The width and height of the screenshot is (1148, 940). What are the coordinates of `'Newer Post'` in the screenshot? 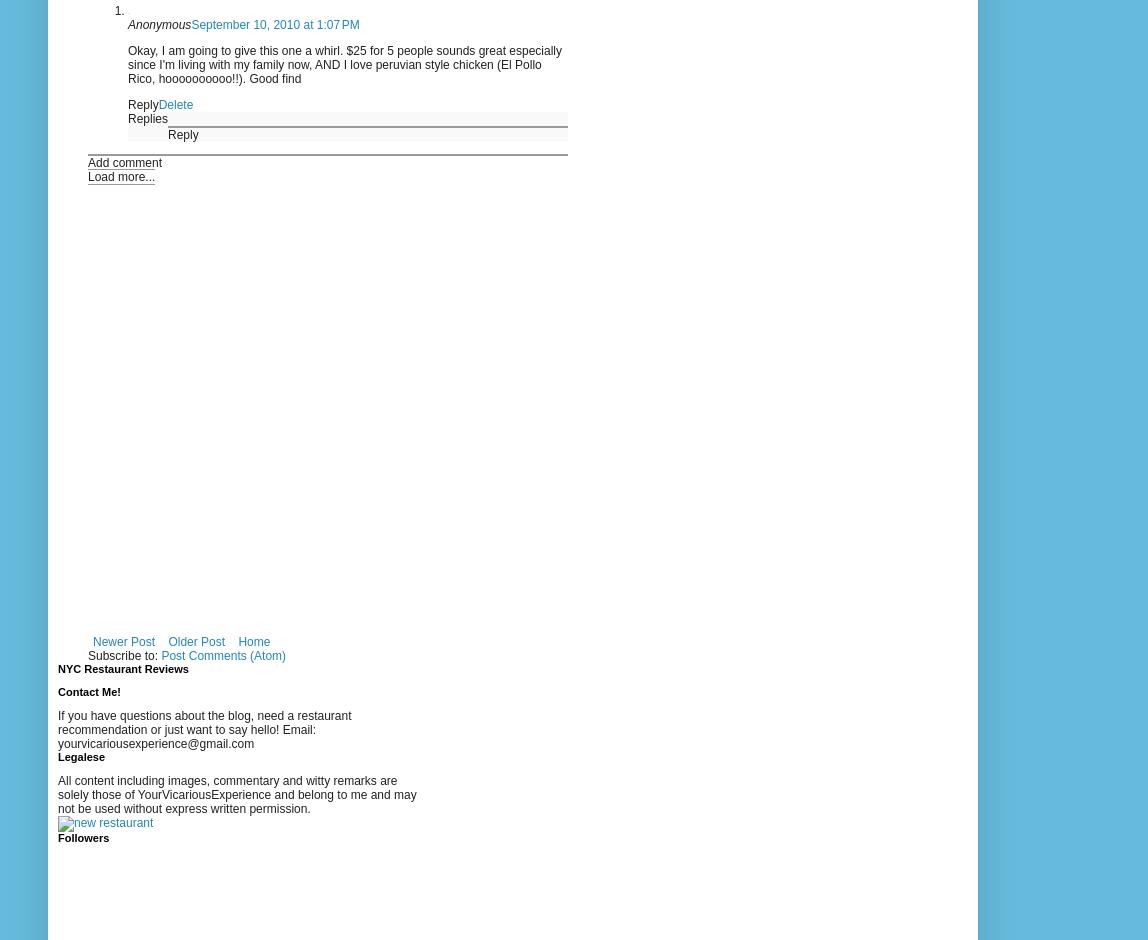 It's located at (92, 640).